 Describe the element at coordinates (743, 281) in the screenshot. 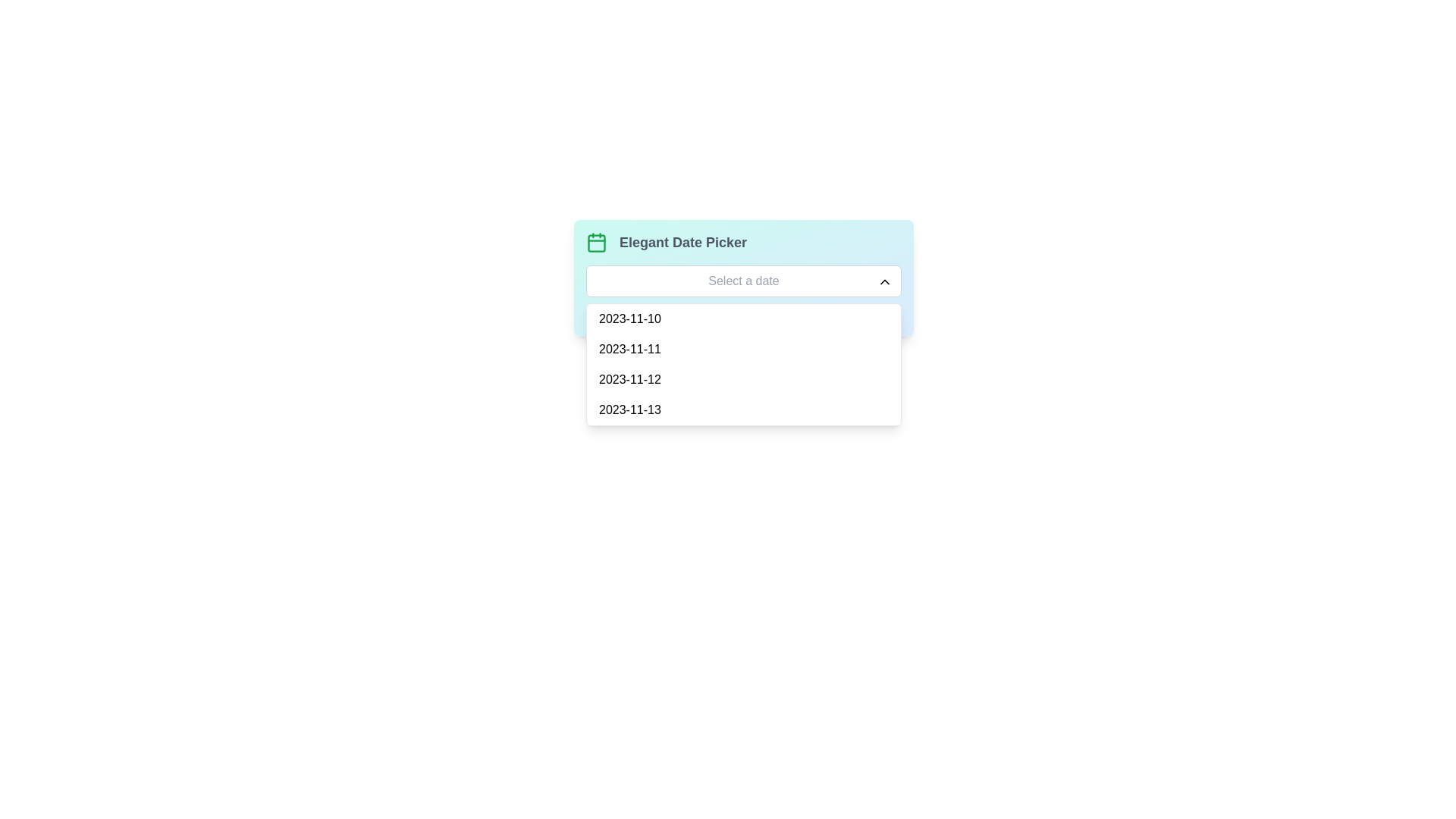

I see `the Dropdown Date Picker Input element with the placeholder 'Select a date'` at that location.